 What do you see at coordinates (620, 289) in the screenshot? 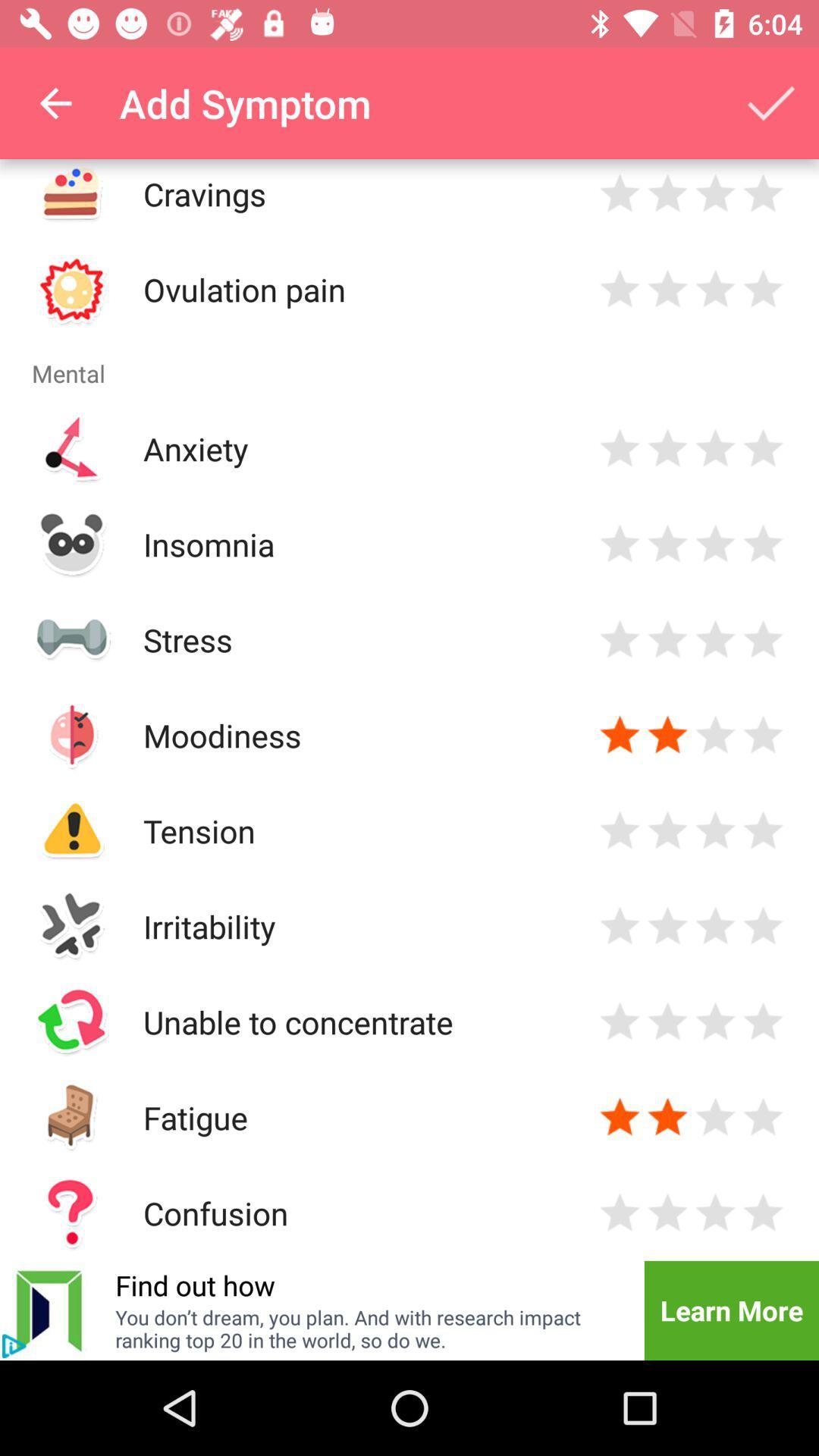
I see `to rate with one star` at bounding box center [620, 289].